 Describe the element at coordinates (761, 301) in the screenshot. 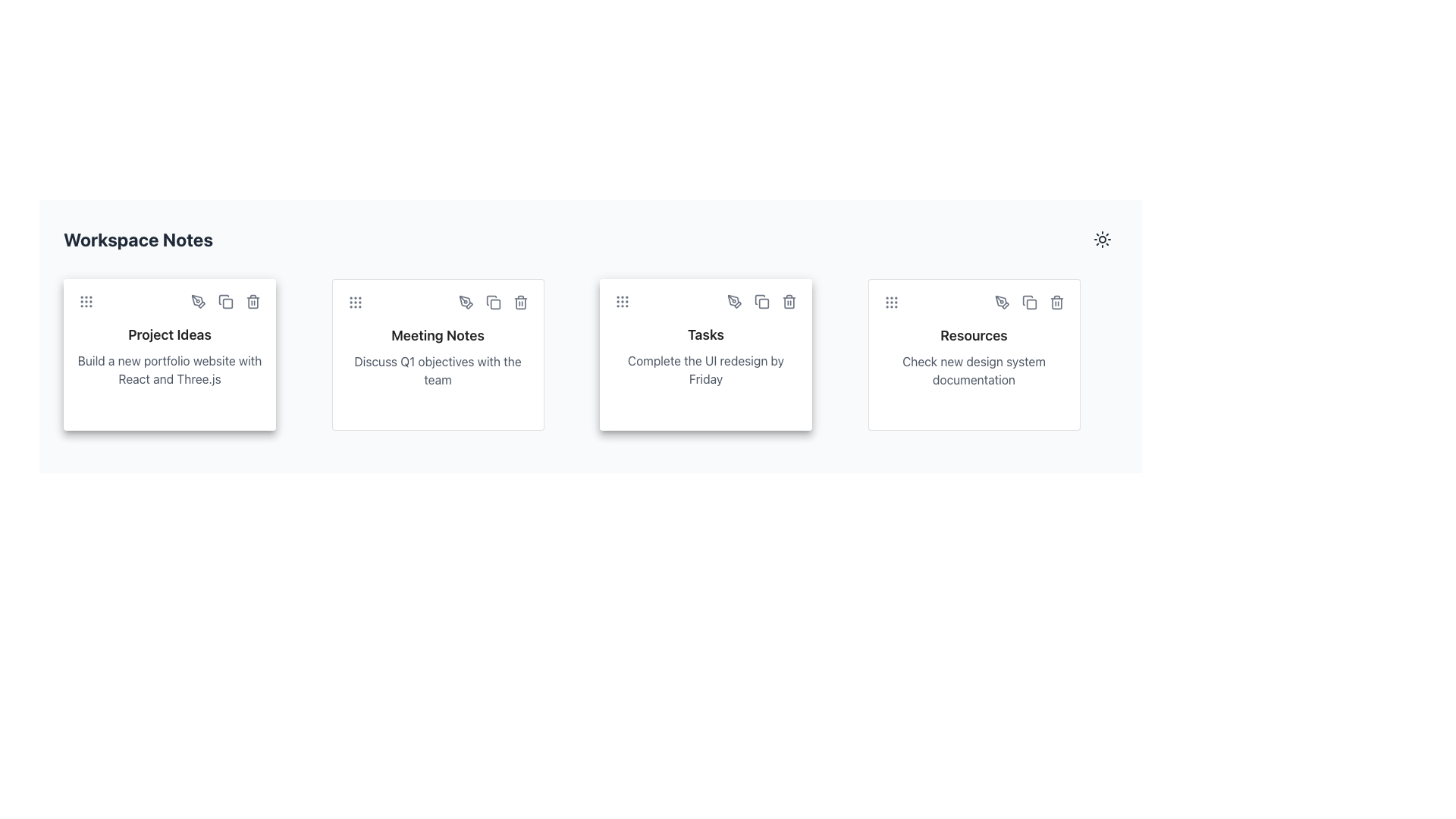

I see `the icon button styled as a square with a rounded hover effect, located in the top-right corner of the 'Tasks' card` at that location.